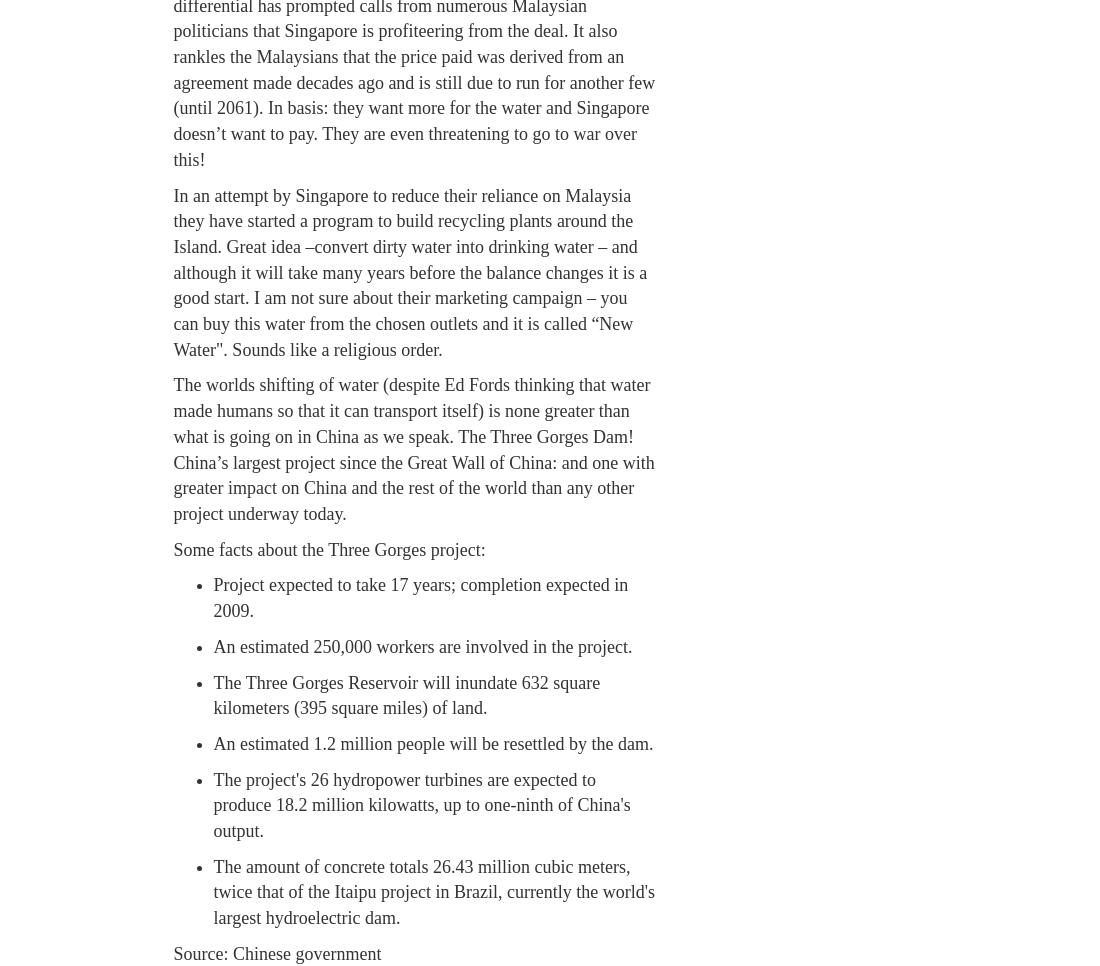  I want to click on 'The Three Gorges Reservoir will inundate 632 square kilometers (395 square miles) of land.', so click(406, 694).